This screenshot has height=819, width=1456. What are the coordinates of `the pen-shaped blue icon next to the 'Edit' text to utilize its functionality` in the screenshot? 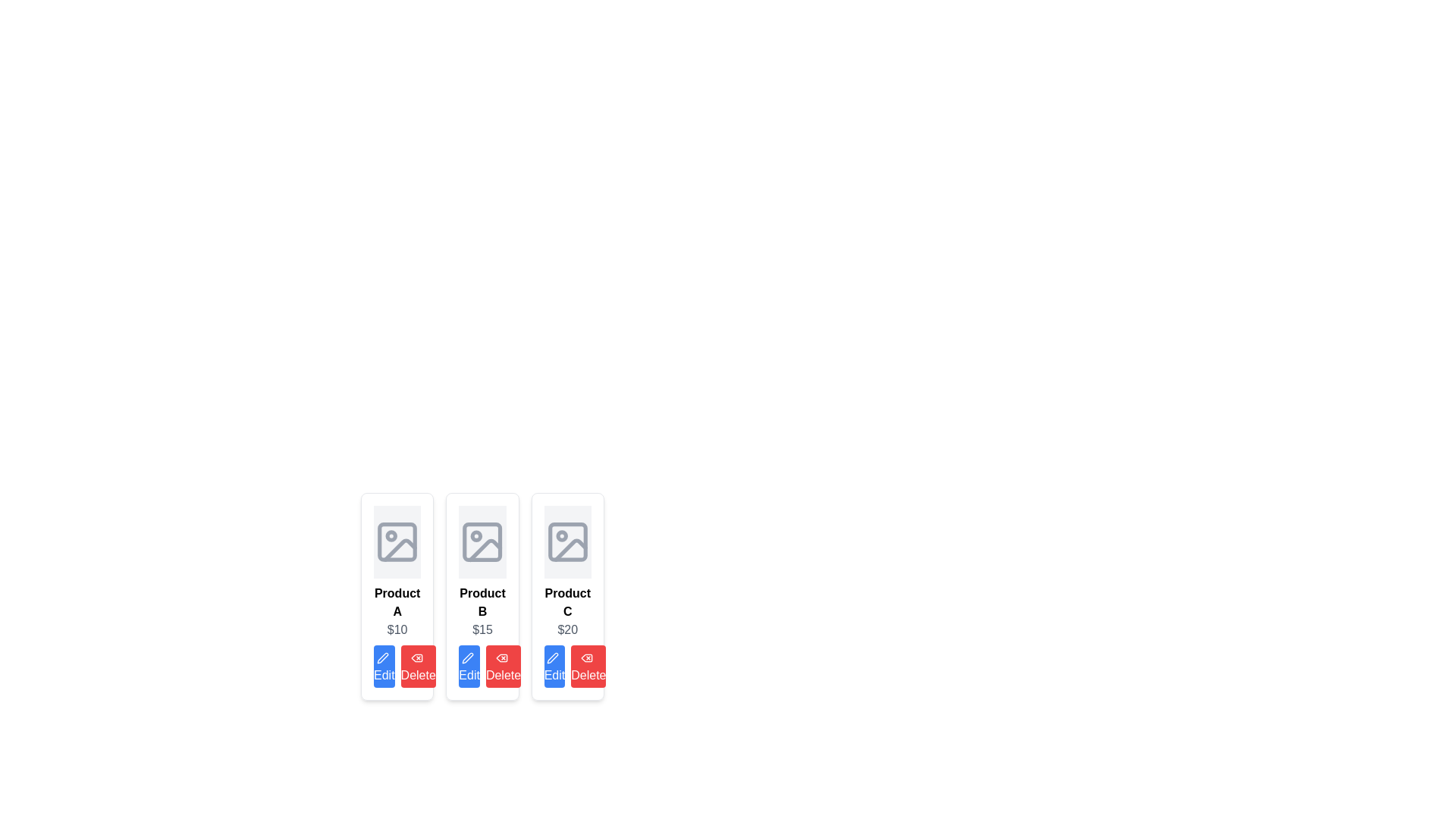 It's located at (382, 657).